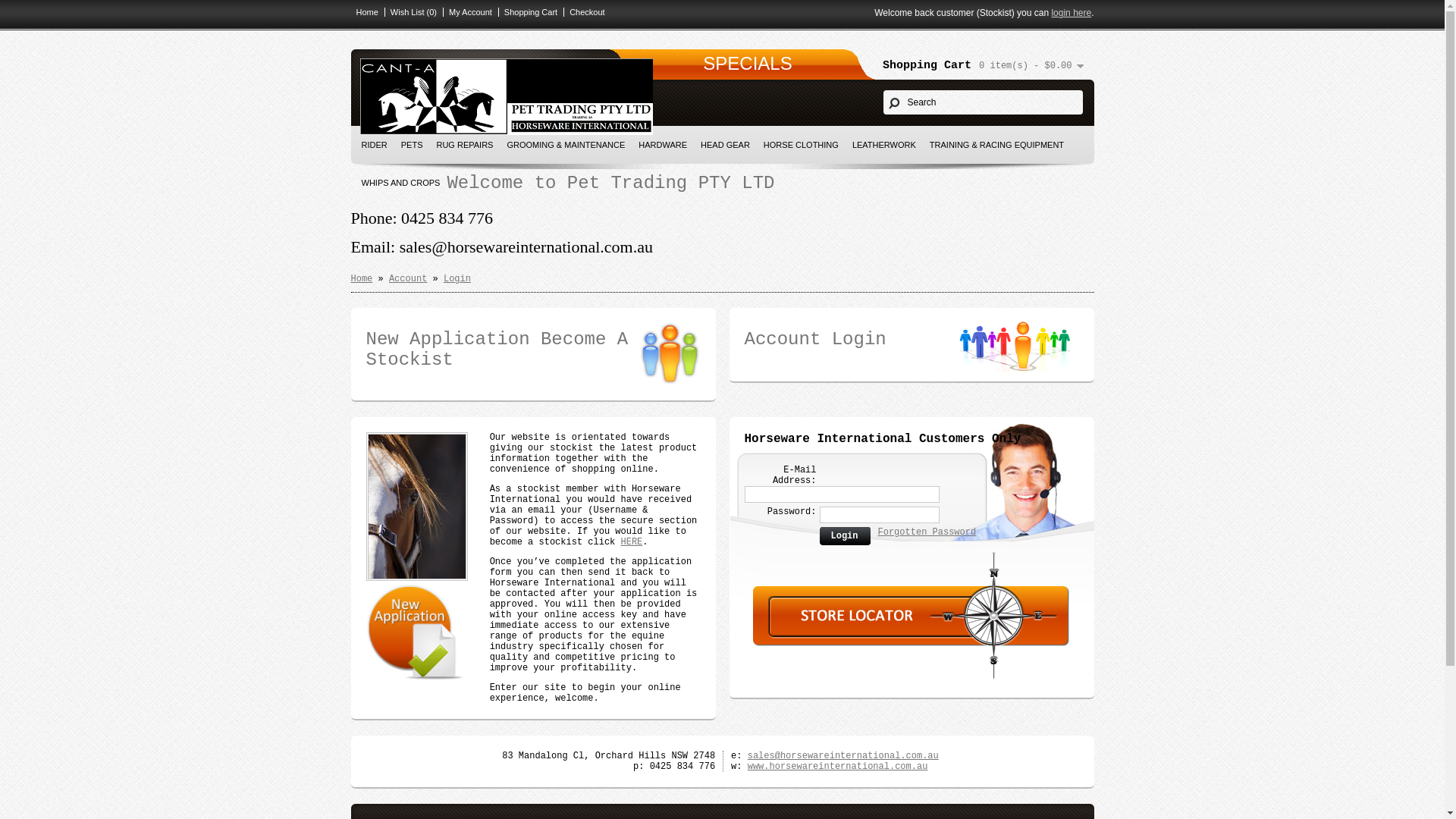 The image size is (1456, 819). Describe the element at coordinates (1070, 12) in the screenshot. I see `'login here'` at that location.